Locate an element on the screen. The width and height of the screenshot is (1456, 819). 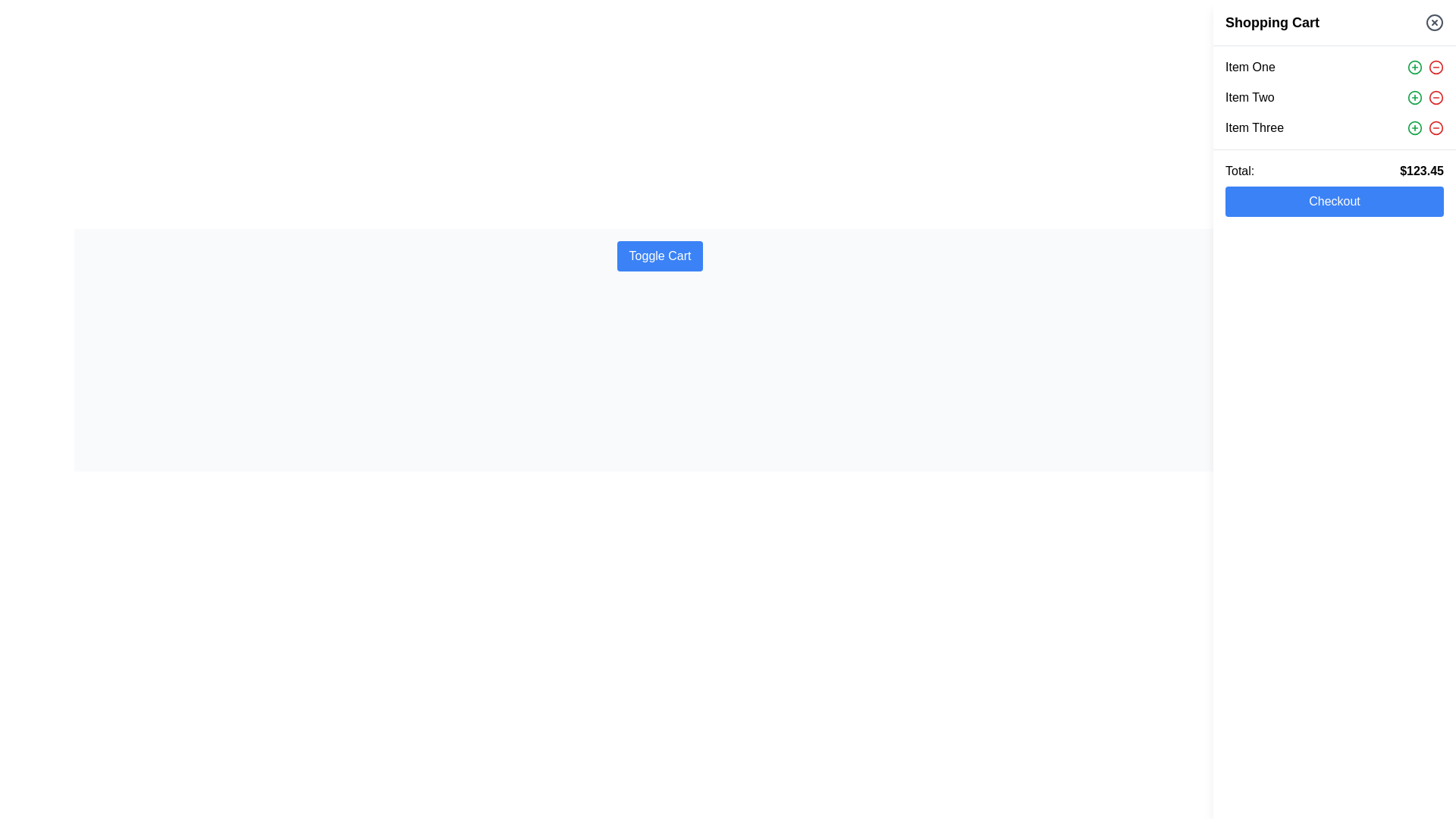
the 'plus-circle' icon located at the top right of the item's row for 'Item One' in the shopping cart interface is located at coordinates (1414, 66).